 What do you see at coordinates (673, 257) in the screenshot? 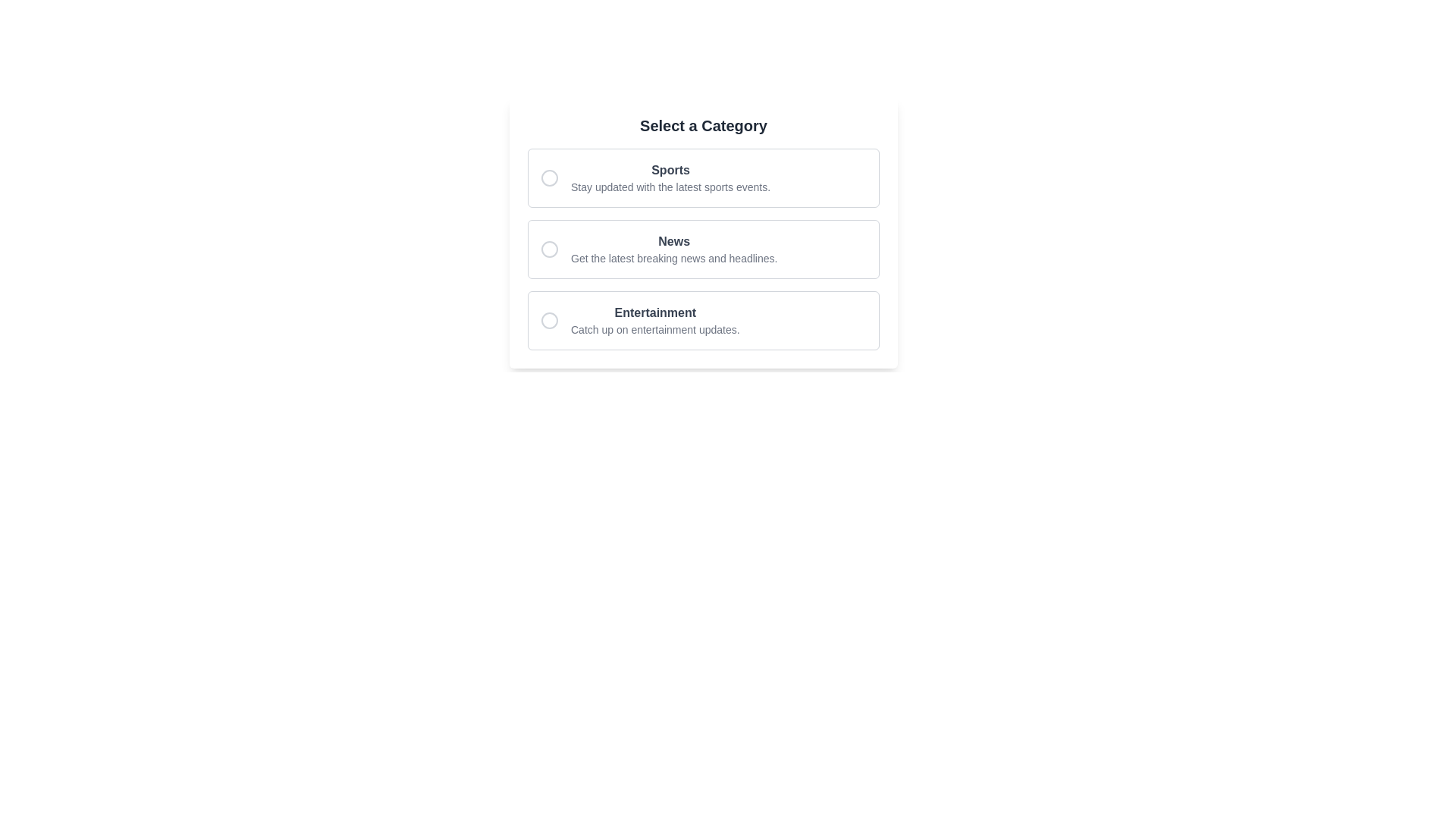
I see `the static text that reads 'Get the latest breaking news and headlines.', which is located beneath the 'News' heading in the middle of selectable categories` at bounding box center [673, 257].